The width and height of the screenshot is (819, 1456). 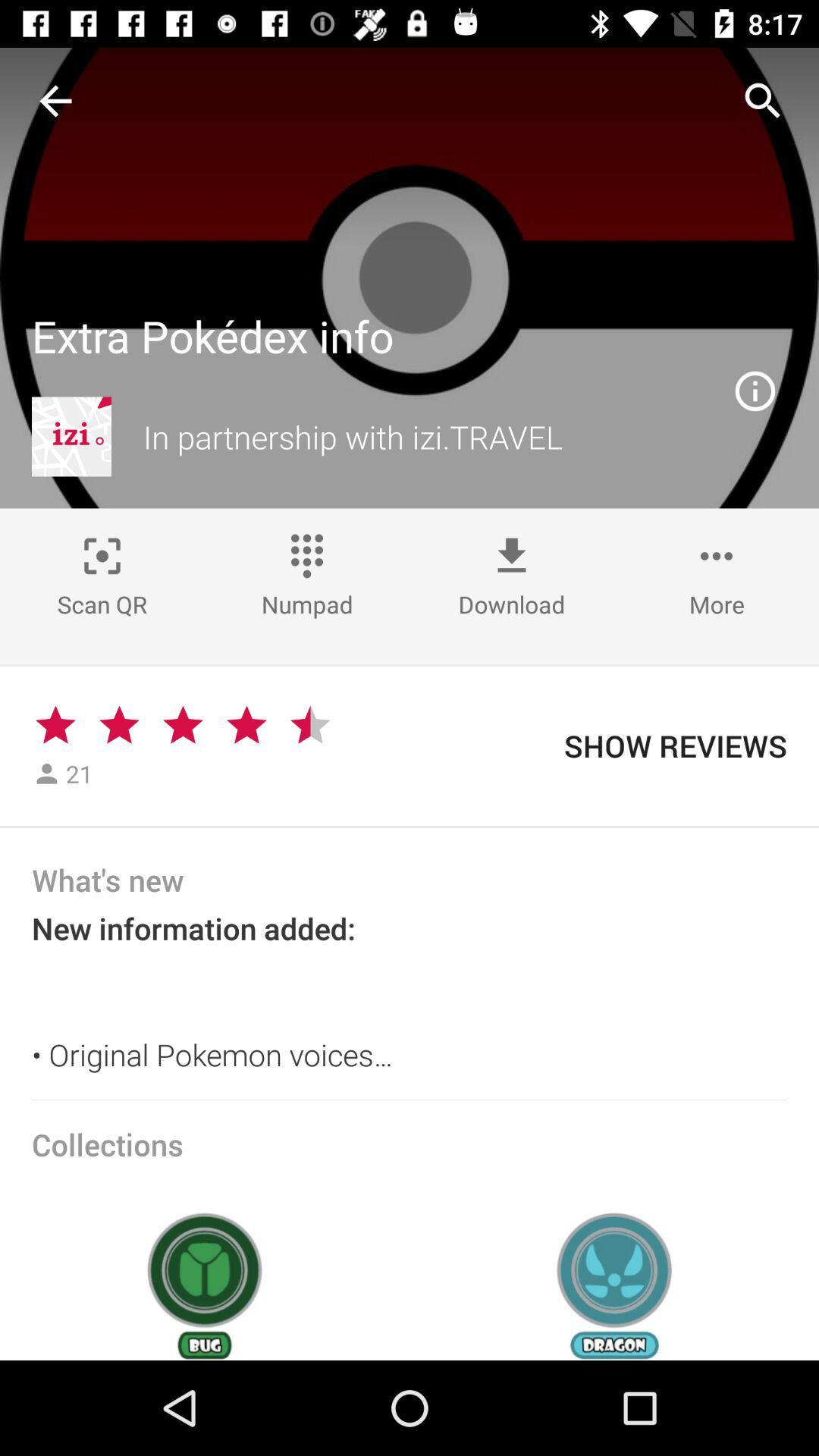 I want to click on 21 icon, so click(x=79, y=773).